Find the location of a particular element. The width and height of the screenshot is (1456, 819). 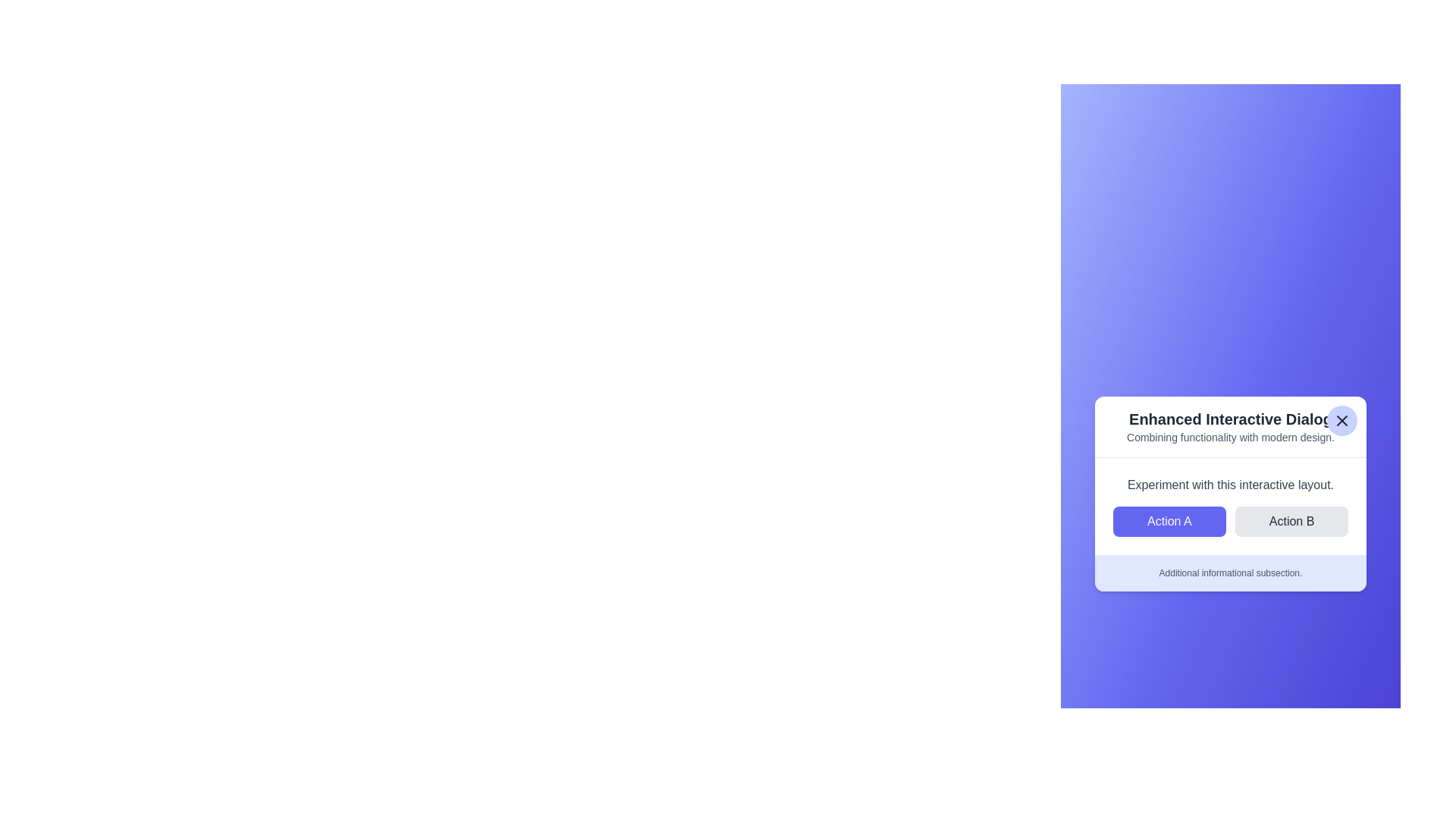

the buttons labeled 'Action A' and 'Action B' within the white dialog box titled 'Enhanced Interactive Dialog' is located at coordinates (1230, 506).